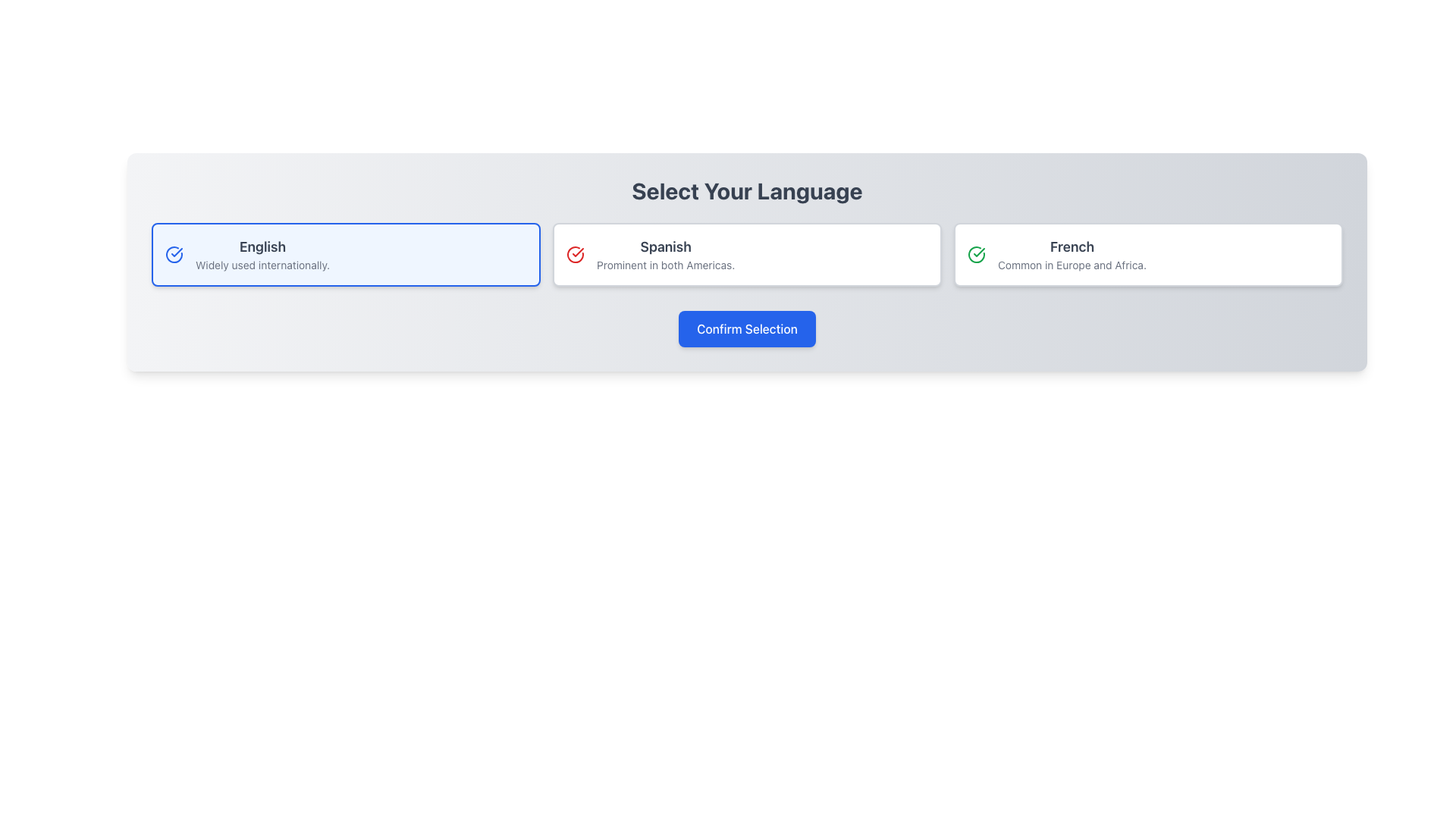 This screenshot has width=1456, height=819. I want to click on the checkmark icon that indicates the 'English' option is selected, which is part of a circular SVG graphic positioned within the blue-highlighted option, so click(177, 251).